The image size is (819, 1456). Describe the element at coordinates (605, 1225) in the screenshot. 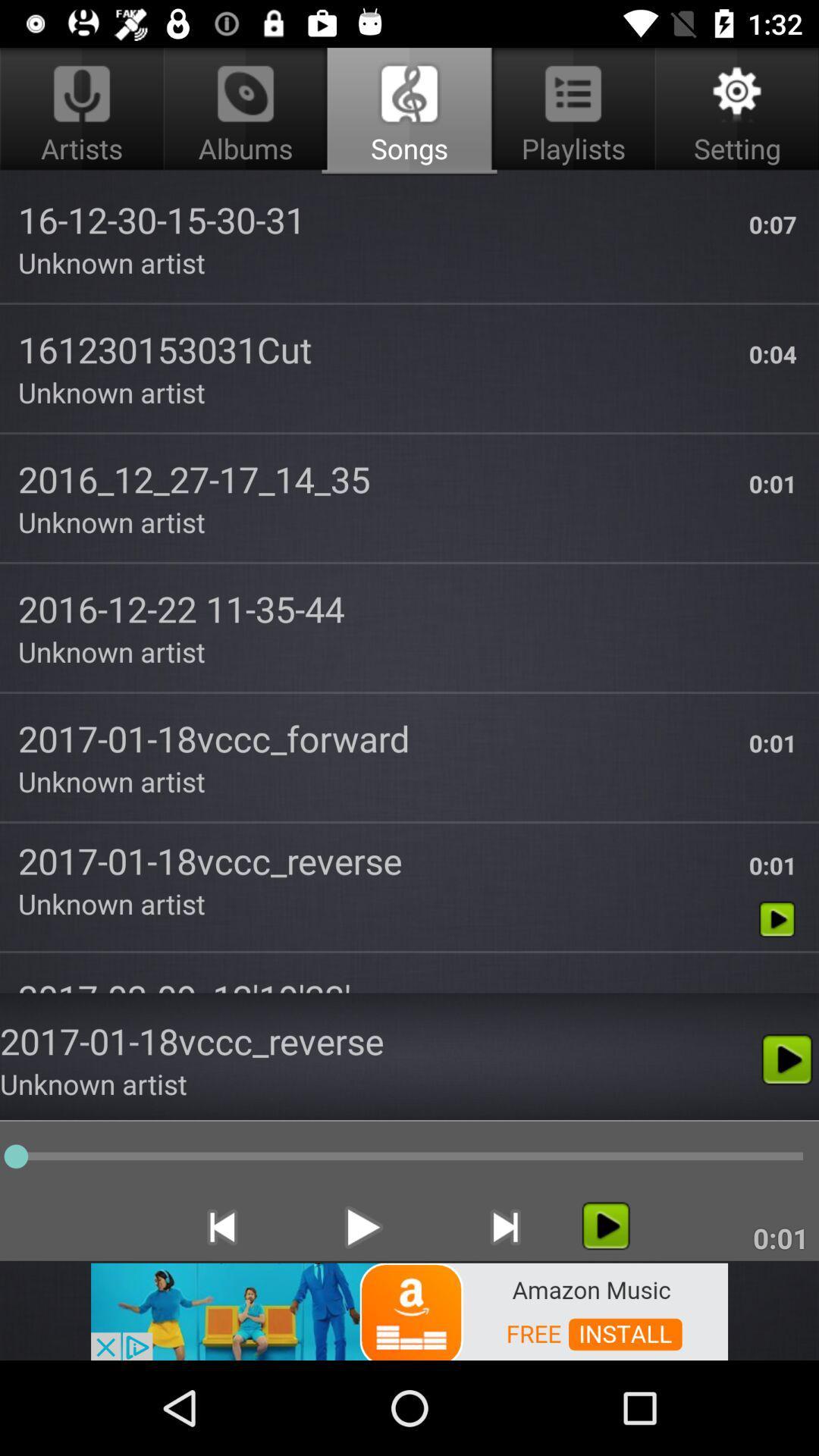

I see `the play icon` at that location.